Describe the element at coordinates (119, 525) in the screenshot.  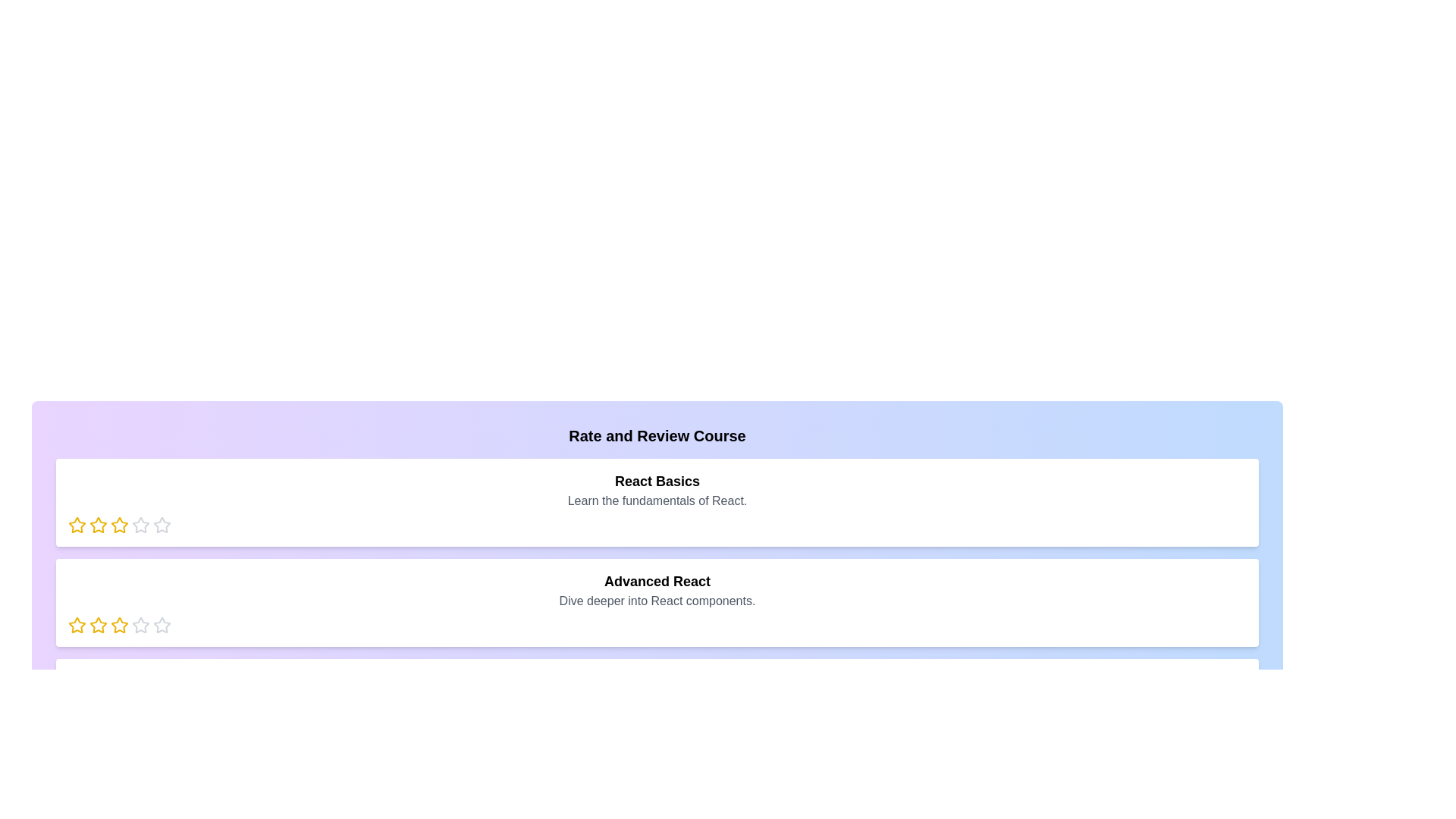
I see `the fourth star-shaped icon in the star-based rating system under the 'React Basics' section` at that location.